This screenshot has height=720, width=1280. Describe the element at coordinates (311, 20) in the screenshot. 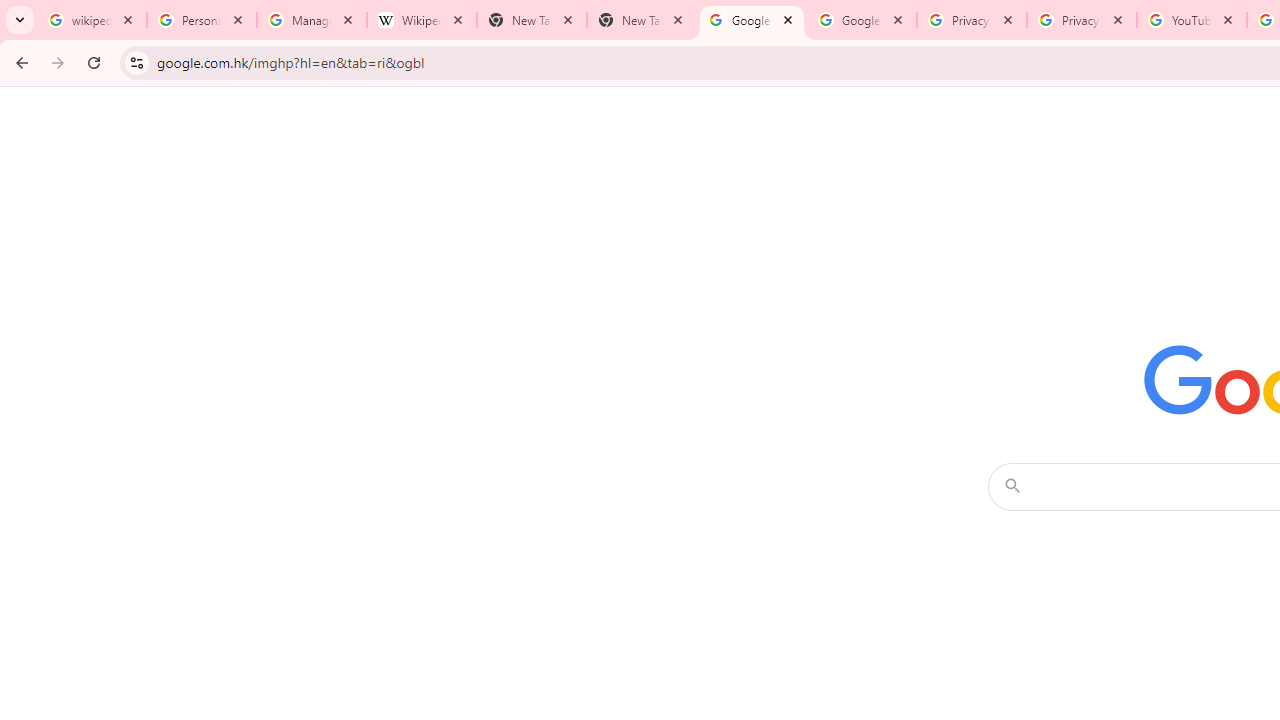

I see `'Manage your Location History - Google Search Help'` at that location.